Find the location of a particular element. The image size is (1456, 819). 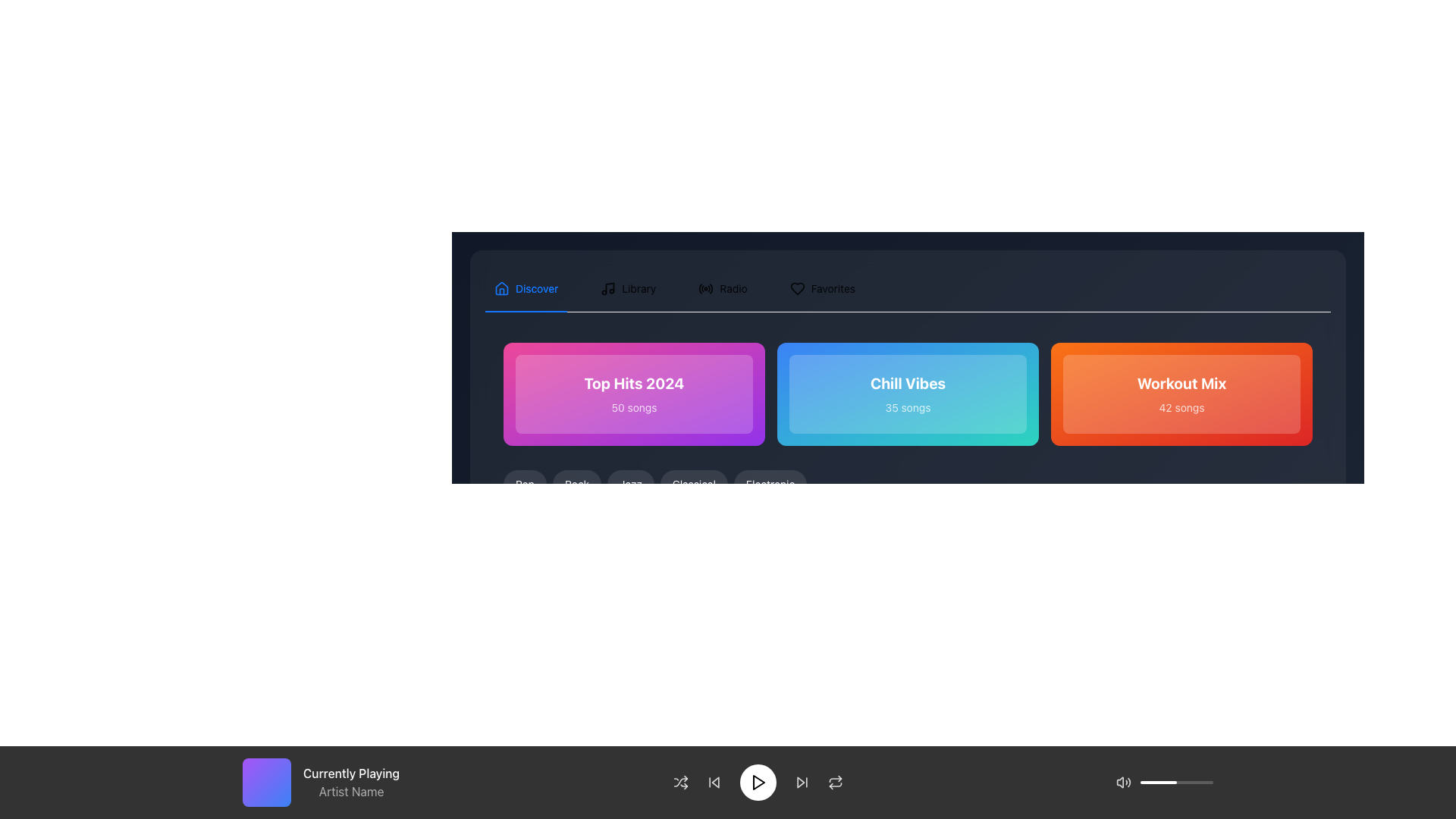

the title text of the playlist card located in the leftmost position, which is positioned above the text '50 songs' is located at coordinates (634, 382).